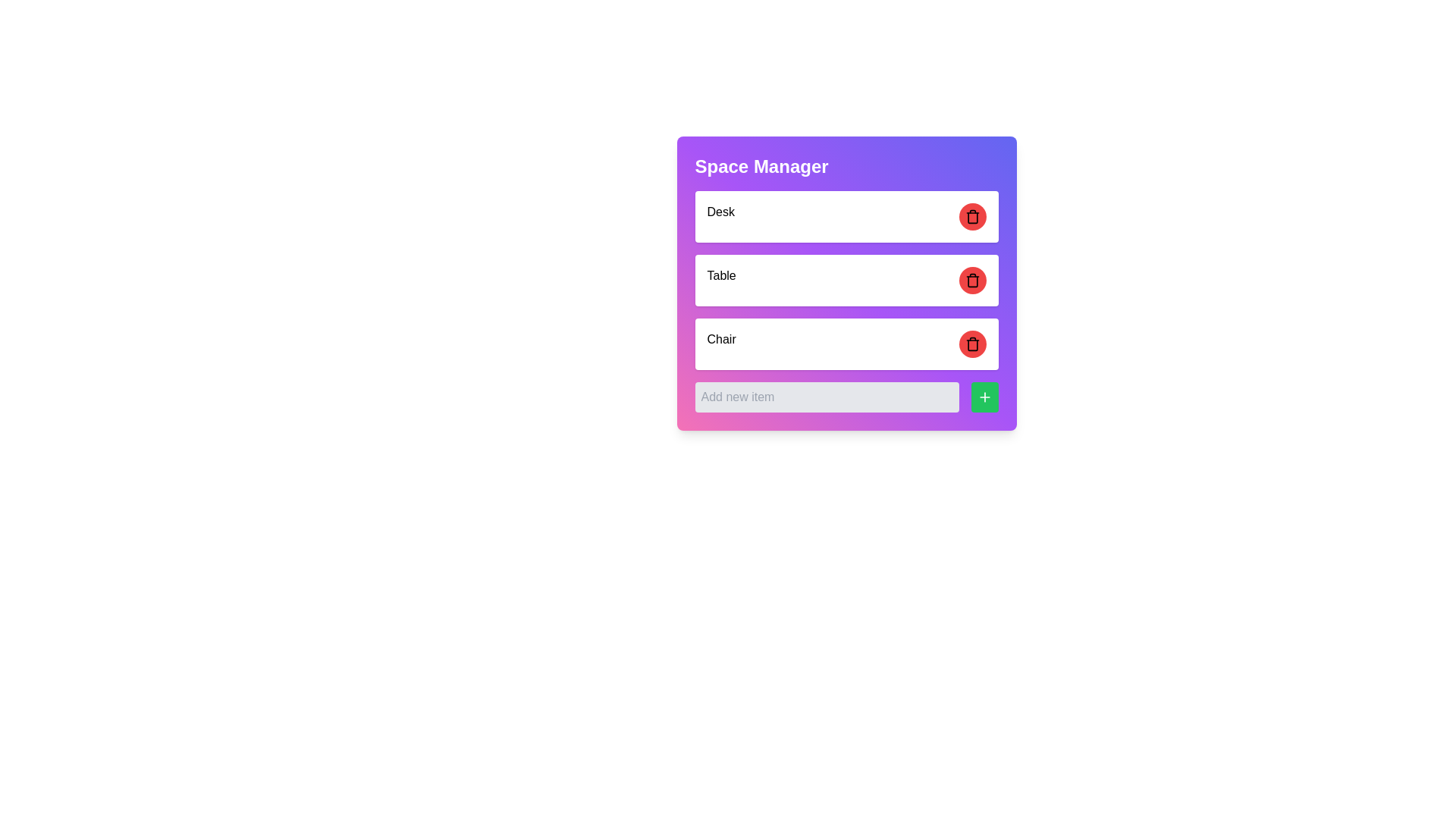 Image resolution: width=1456 pixels, height=819 pixels. I want to click on the 'Table' list item in the 'Space Manager' card, so click(846, 301).